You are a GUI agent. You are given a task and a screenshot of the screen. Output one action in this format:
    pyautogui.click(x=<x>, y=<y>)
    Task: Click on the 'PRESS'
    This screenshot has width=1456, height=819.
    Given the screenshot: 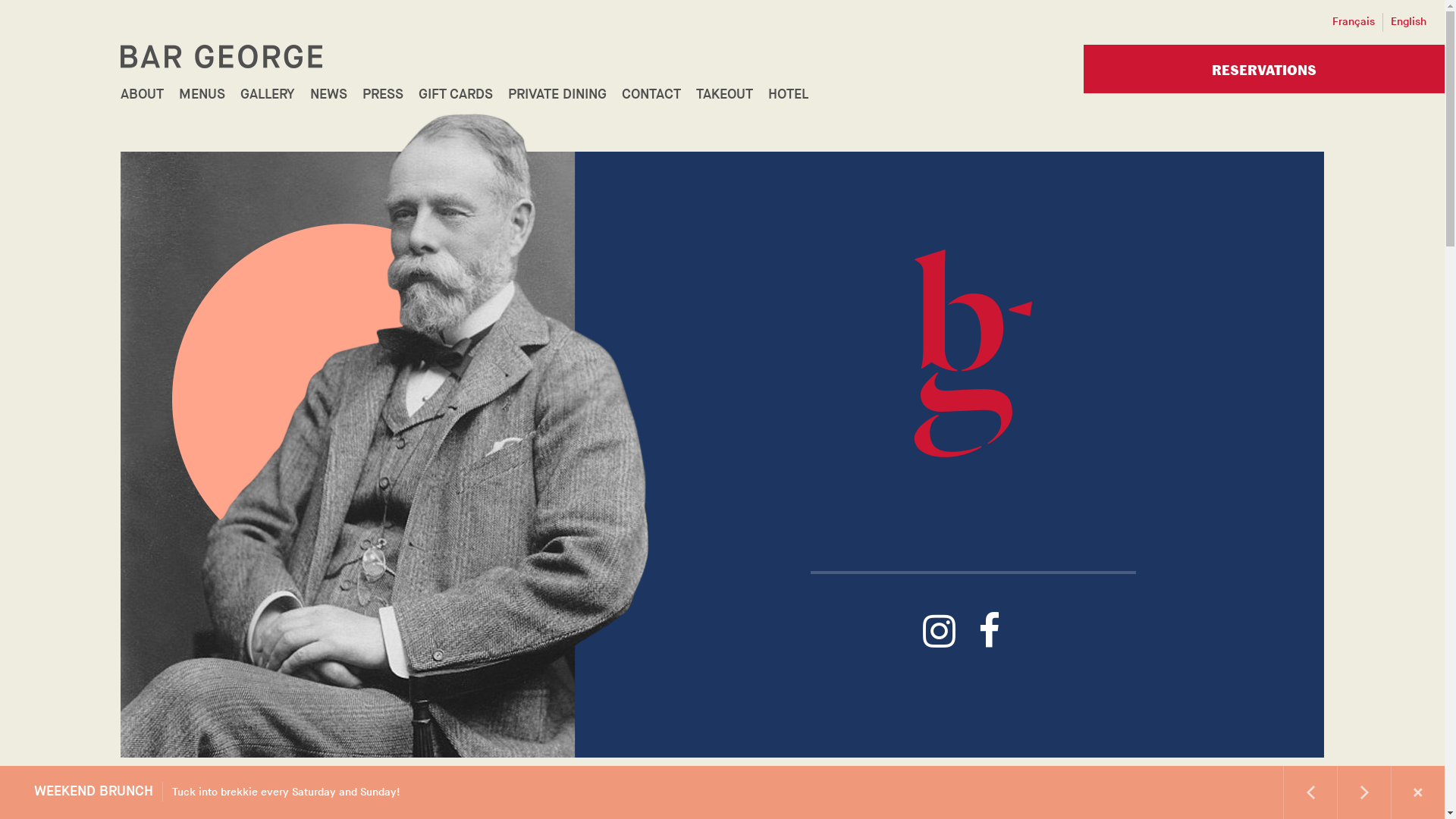 What is the action you would take?
    pyautogui.click(x=382, y=94)
    